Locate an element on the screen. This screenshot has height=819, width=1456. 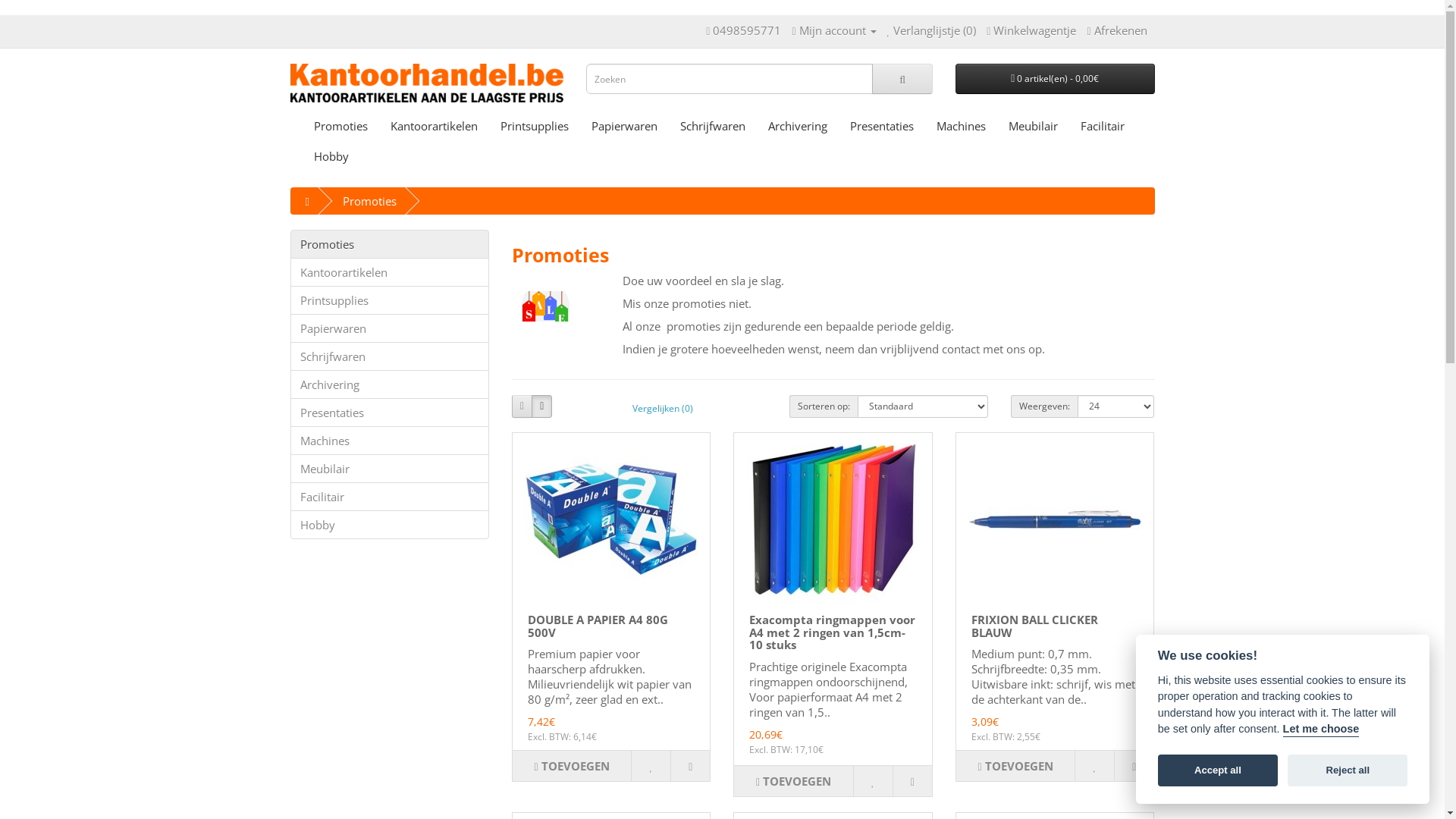
'Schrijfwaren' is located at coordinates (389, 356).